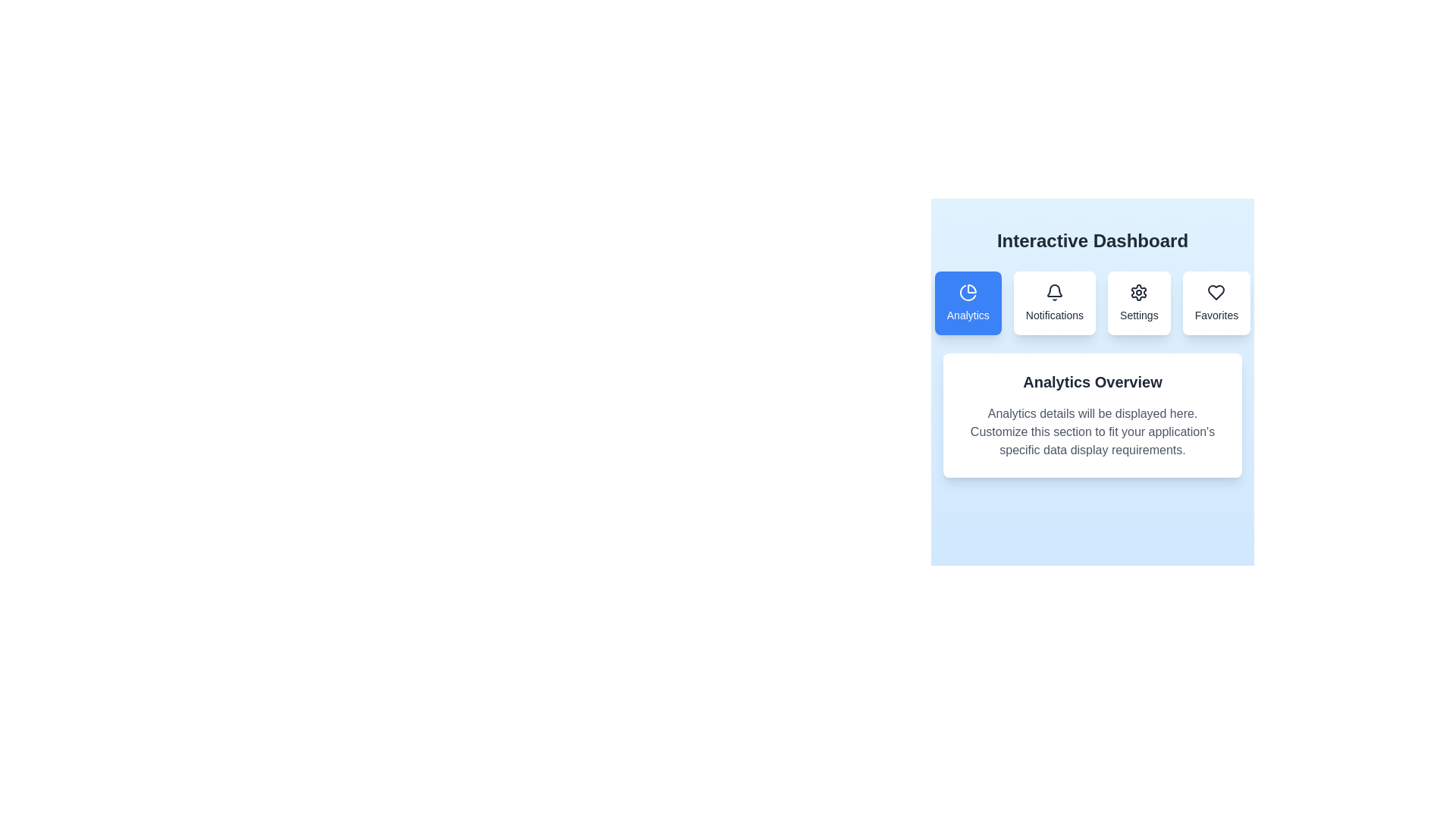 The width and height of the screenshot is (1456, 819). What do you see at coordinates (1053, 292) in the screenshot?
I see `the notification bell icon, which is styled as a minimalist outline with a rounded top and flared base, located at the center of the notification button in the top row of options` at bounding box center [1053, 292].